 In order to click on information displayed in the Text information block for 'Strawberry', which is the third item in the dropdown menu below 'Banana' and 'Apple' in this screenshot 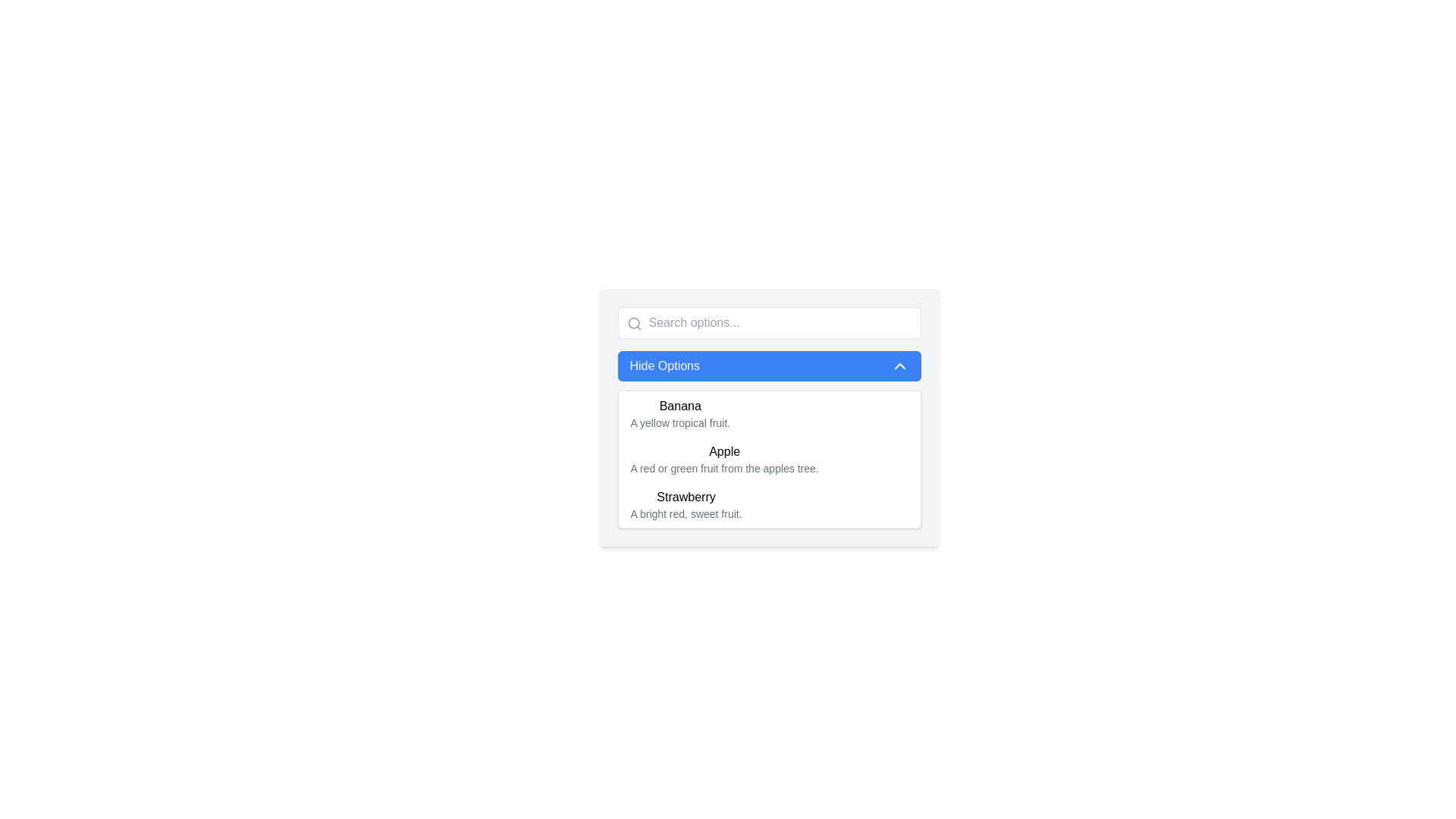, I will do `click(686, 505)`.